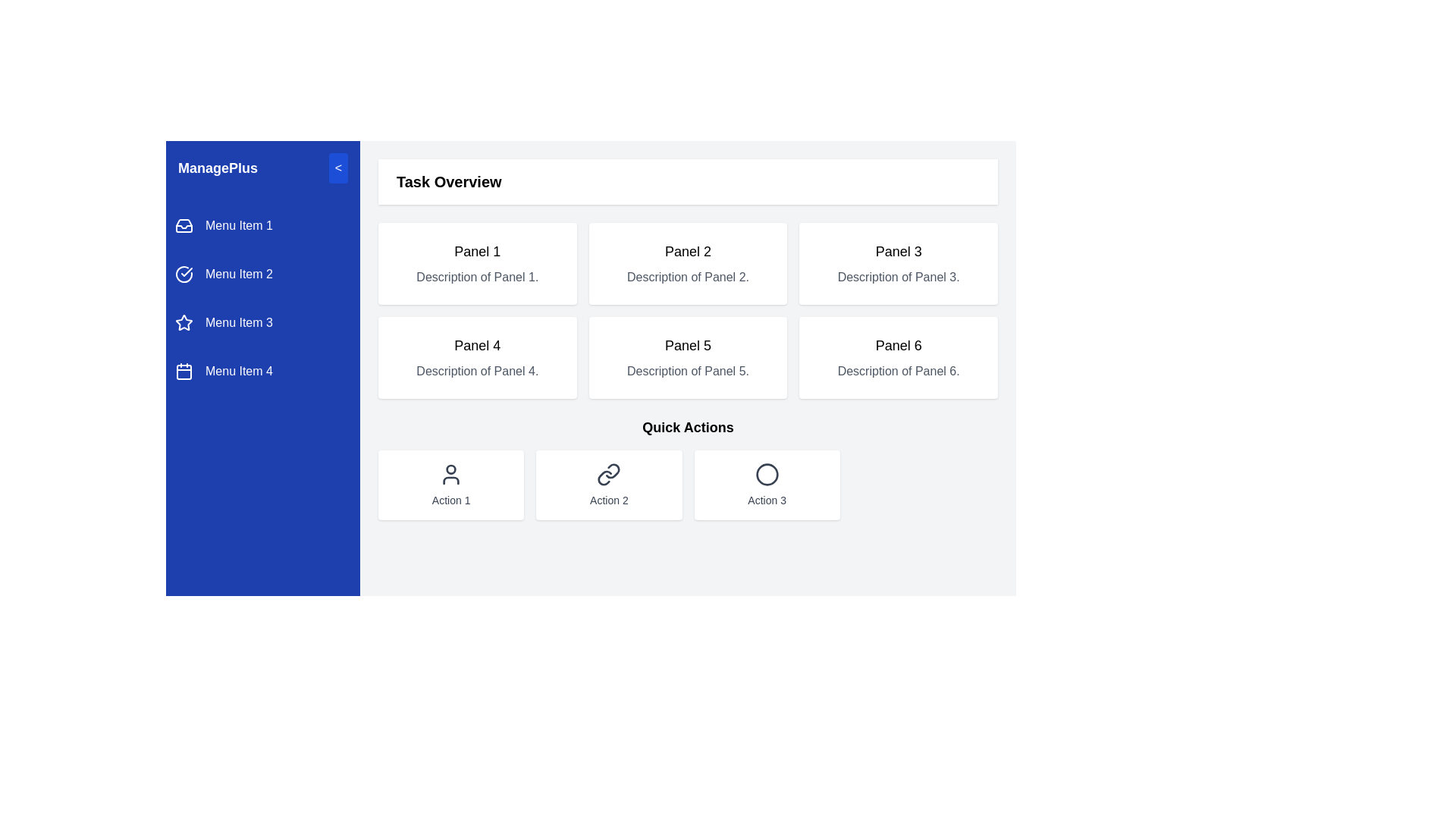 This screenshot has height=819, width=1456. Describe the element at coordinates (238, 225) in the screenshot. I see `the static text label for 'Menu Item 1', which is the first item in the vertical list of menu options located below the 'ManagePlus' header on the left sidebar` at that location.